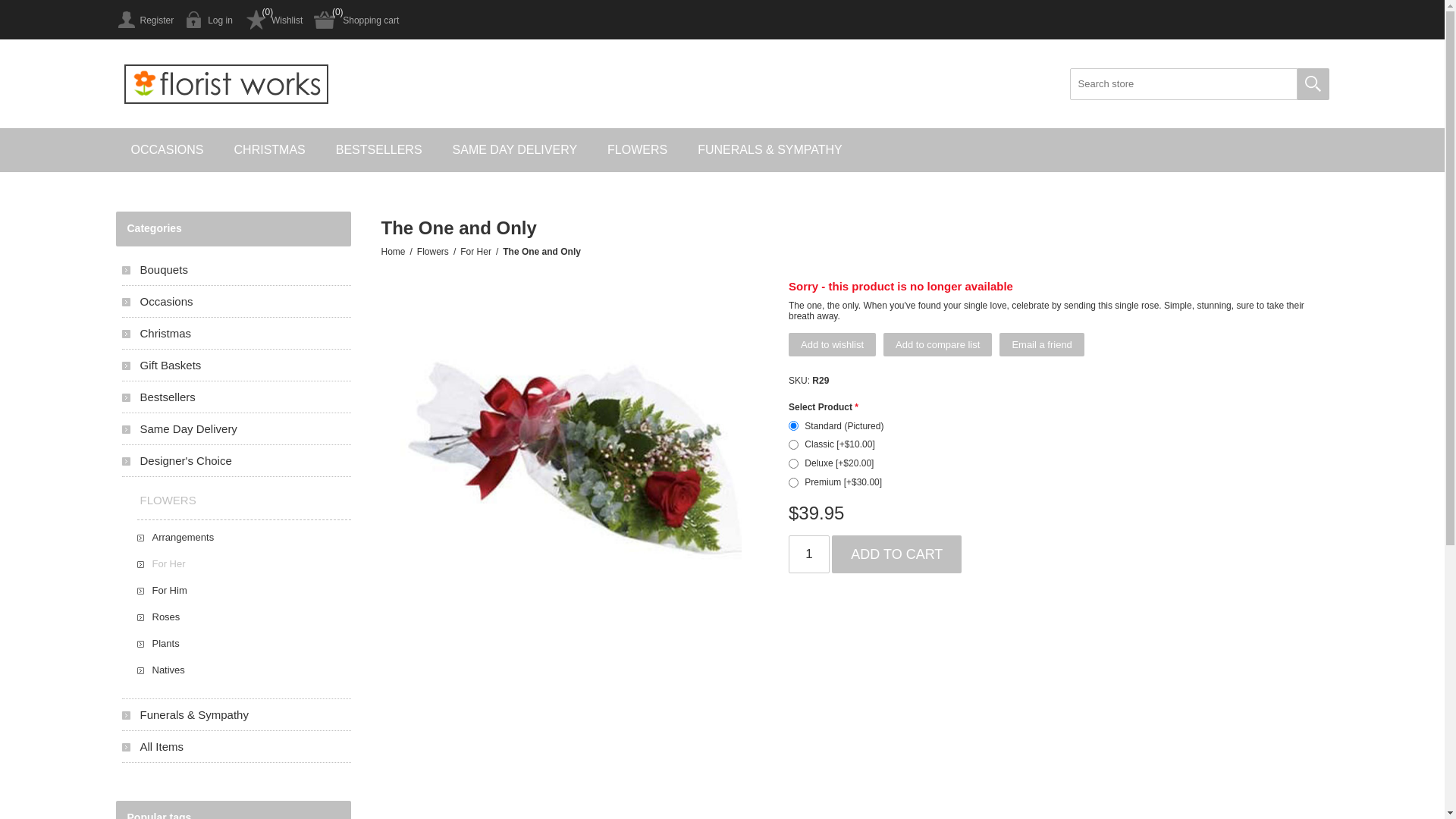  Describe the element at coordinates (208, 20) in the screenshot. I see `'Log in'` at that location.